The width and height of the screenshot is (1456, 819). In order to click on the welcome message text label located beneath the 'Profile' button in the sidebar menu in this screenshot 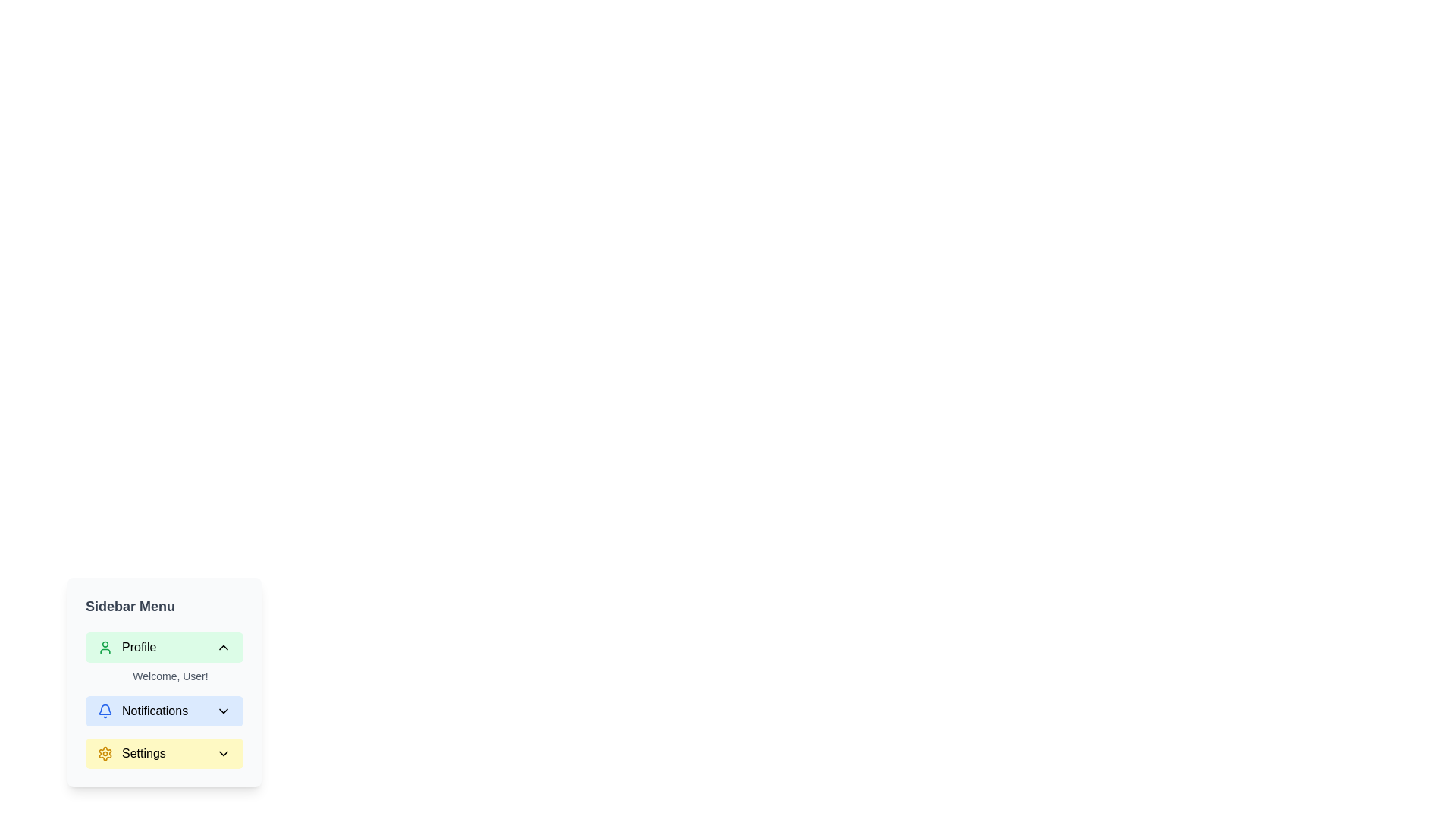, I will do `click(171, 675)`.